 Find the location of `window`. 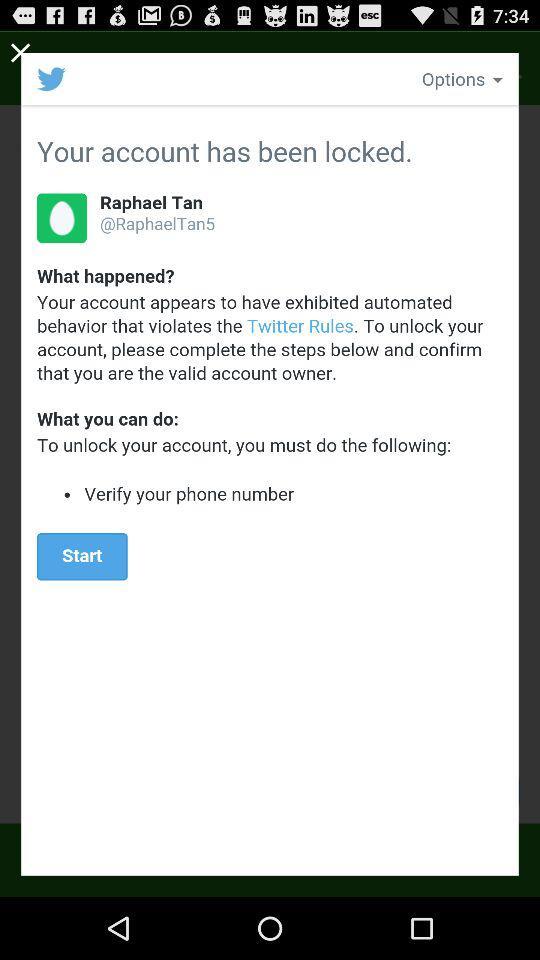

window is located at coordinates (20, 51).